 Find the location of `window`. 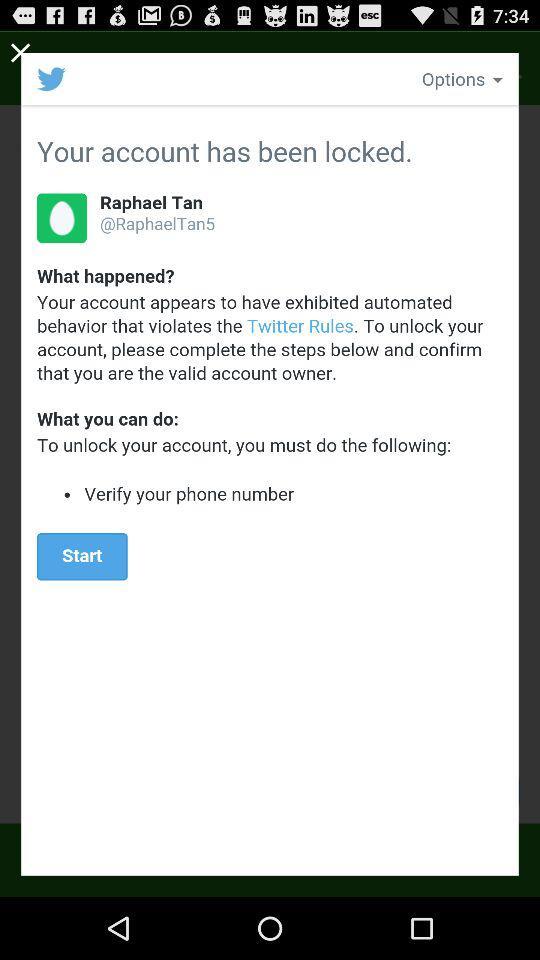

window is located at coordinates (20, 51).